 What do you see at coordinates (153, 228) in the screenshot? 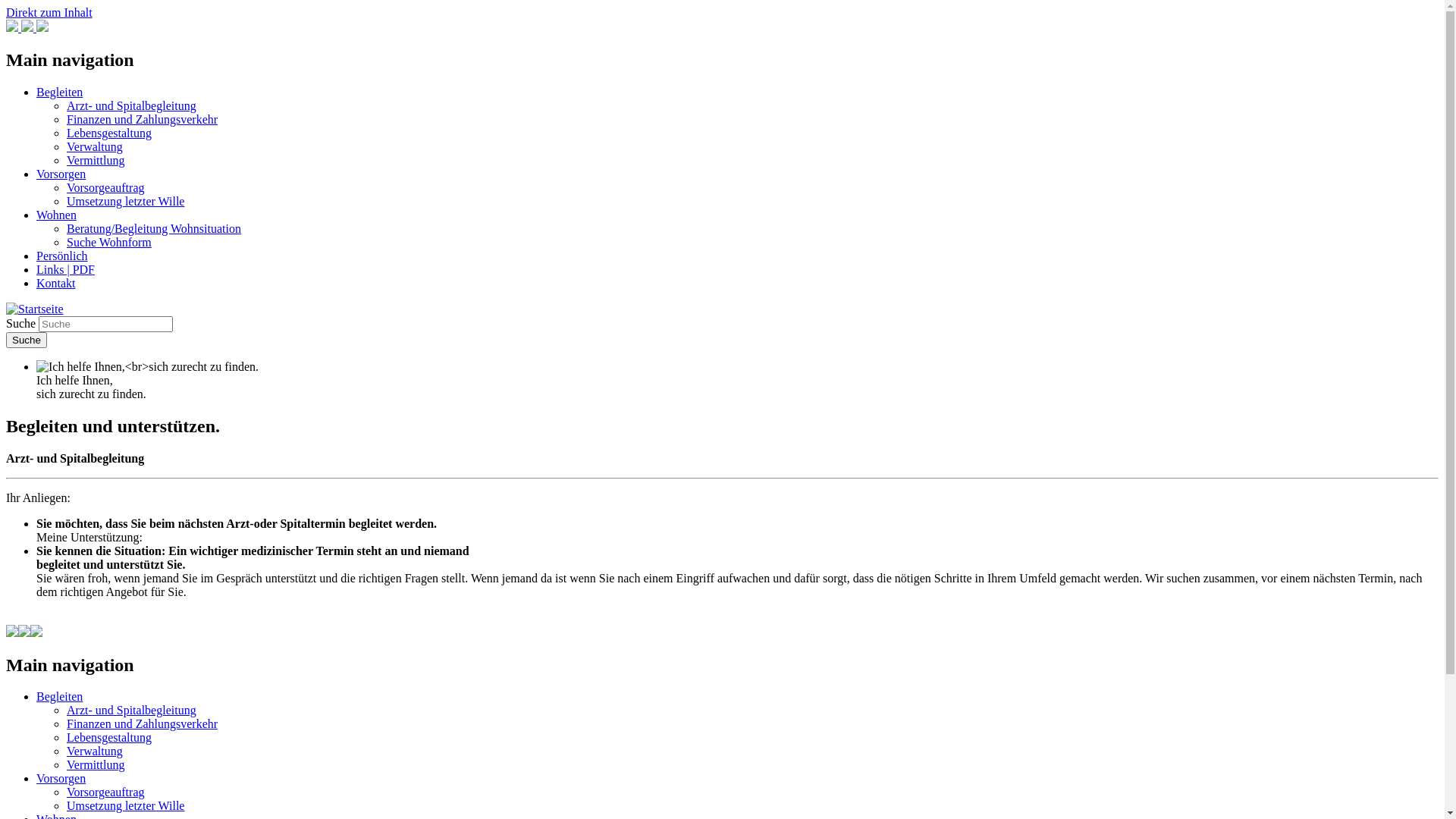
I see `'Beratung/Begleitung Wohnsituation'` at bounding box center [153, 228].